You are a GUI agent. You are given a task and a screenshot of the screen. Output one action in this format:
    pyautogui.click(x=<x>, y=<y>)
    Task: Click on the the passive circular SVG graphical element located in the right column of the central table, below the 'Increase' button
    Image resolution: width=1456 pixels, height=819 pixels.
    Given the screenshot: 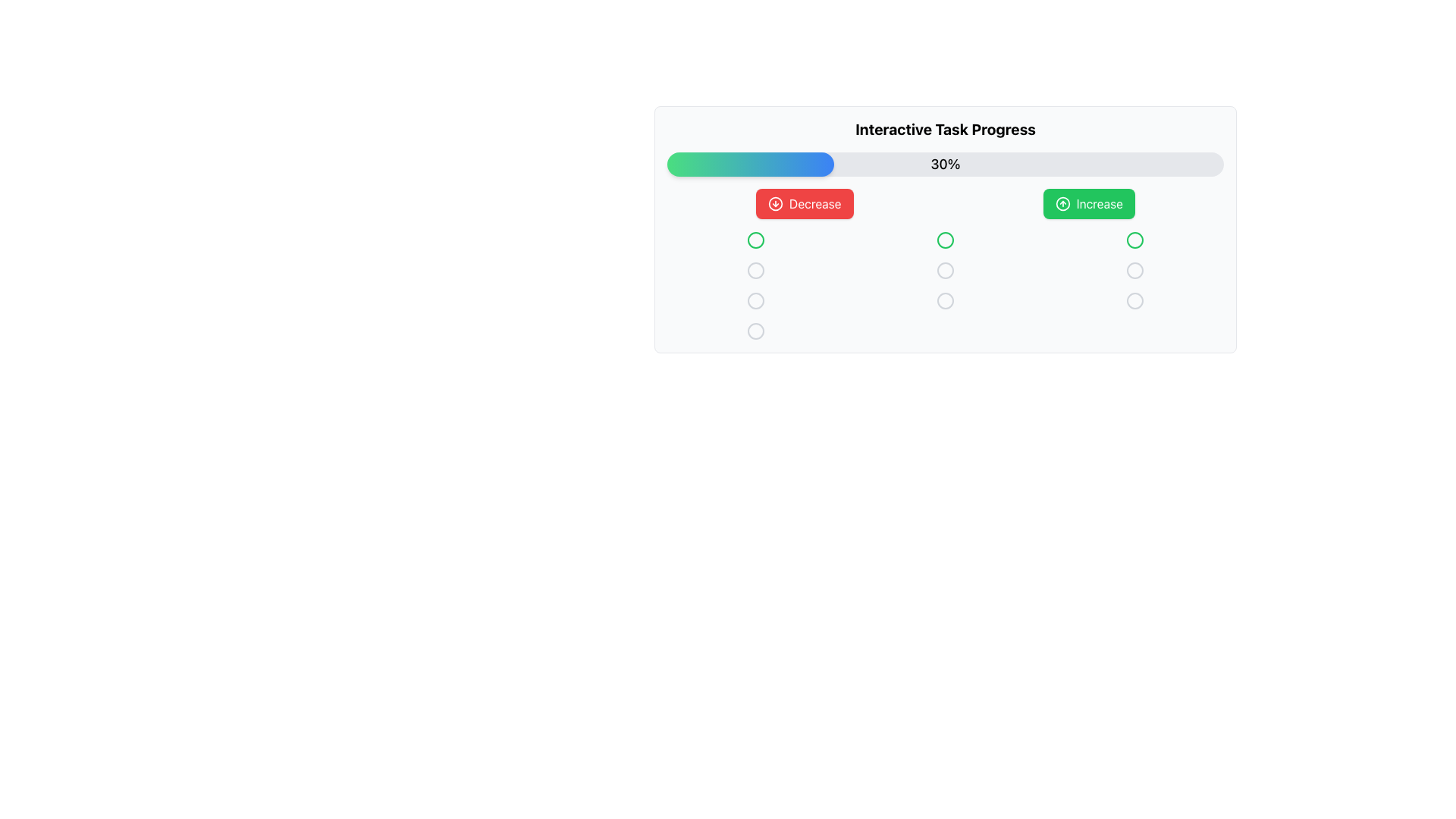 What is the action you would take?
    pyautogui.click(x=945, y=270)
    